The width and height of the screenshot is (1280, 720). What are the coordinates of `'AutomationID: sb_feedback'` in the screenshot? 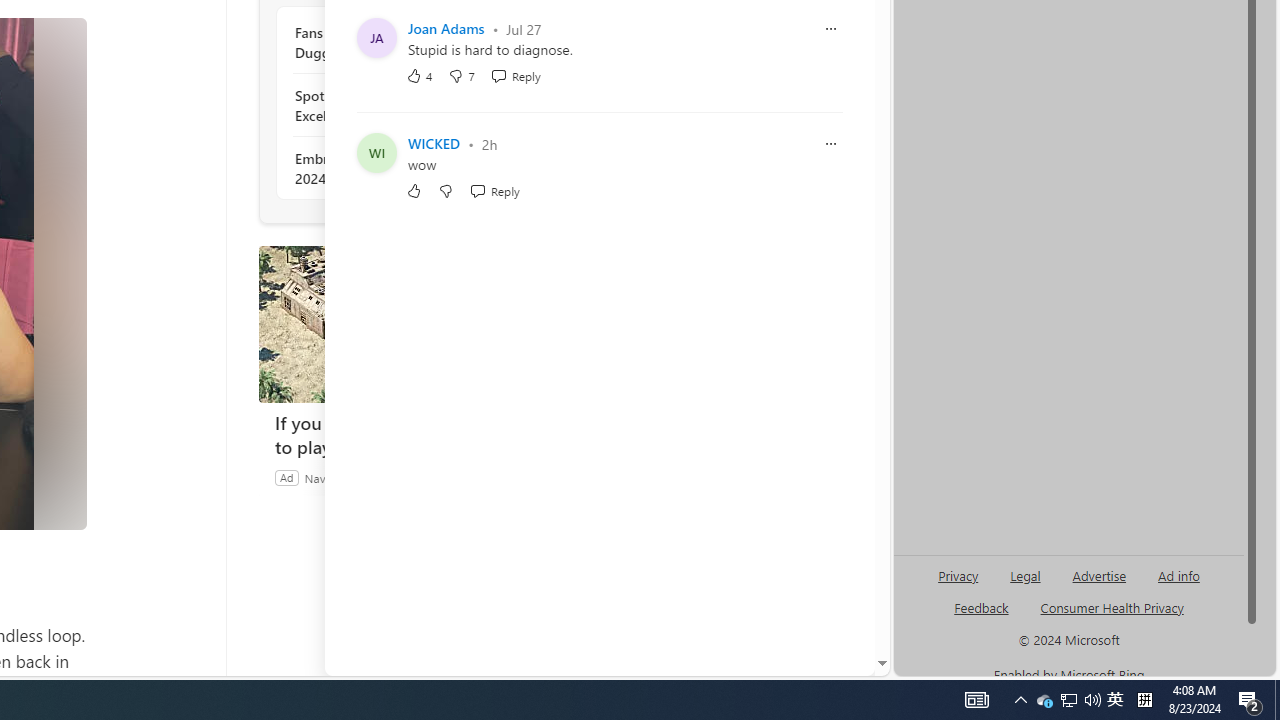 It's located at (981, 606).